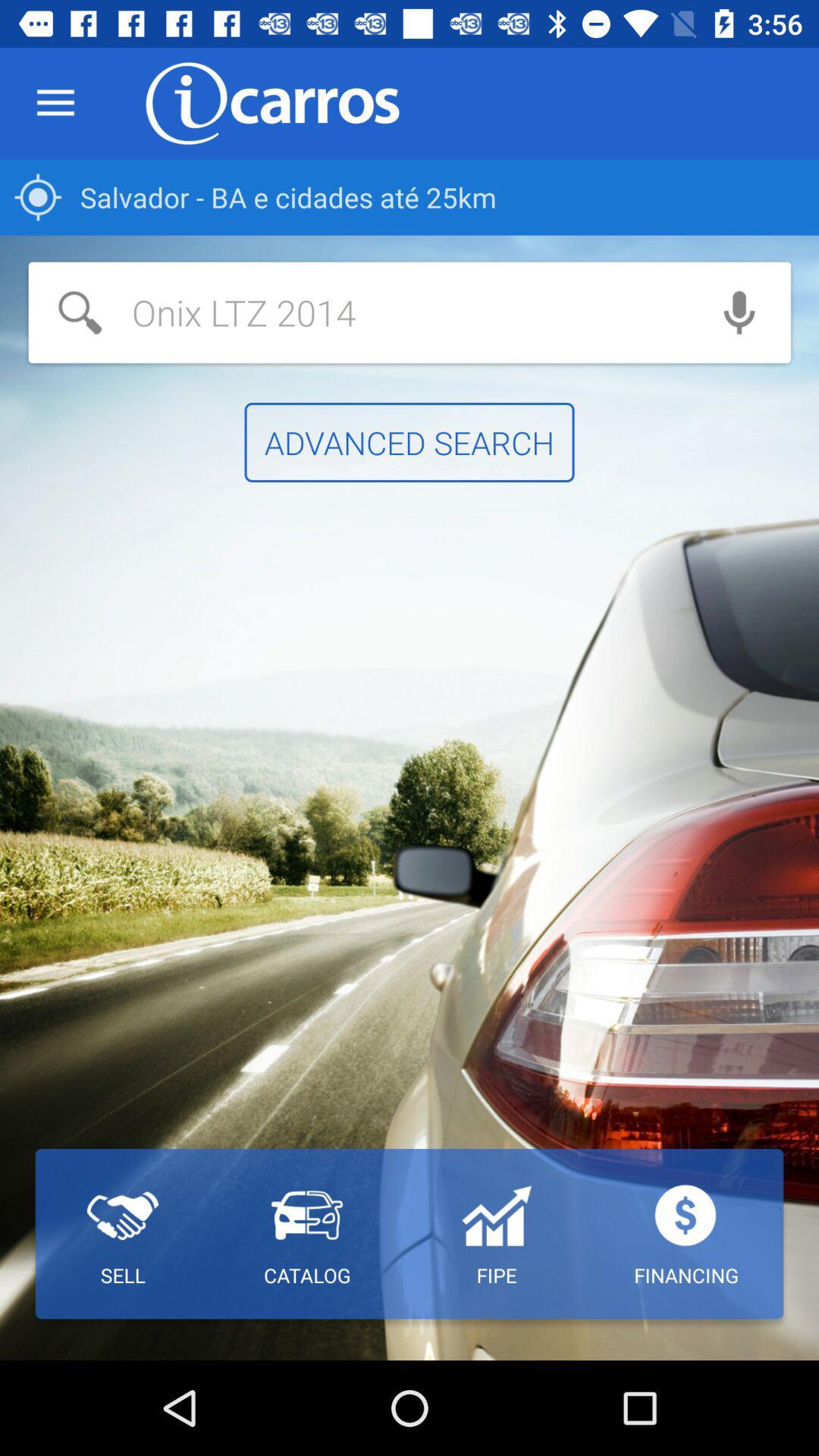 The height and width of the screenshot is (1456, 819). Describe the element at coordinates (307, 1234) in the screenshot. I see `icon to the right of the sell` at that location.